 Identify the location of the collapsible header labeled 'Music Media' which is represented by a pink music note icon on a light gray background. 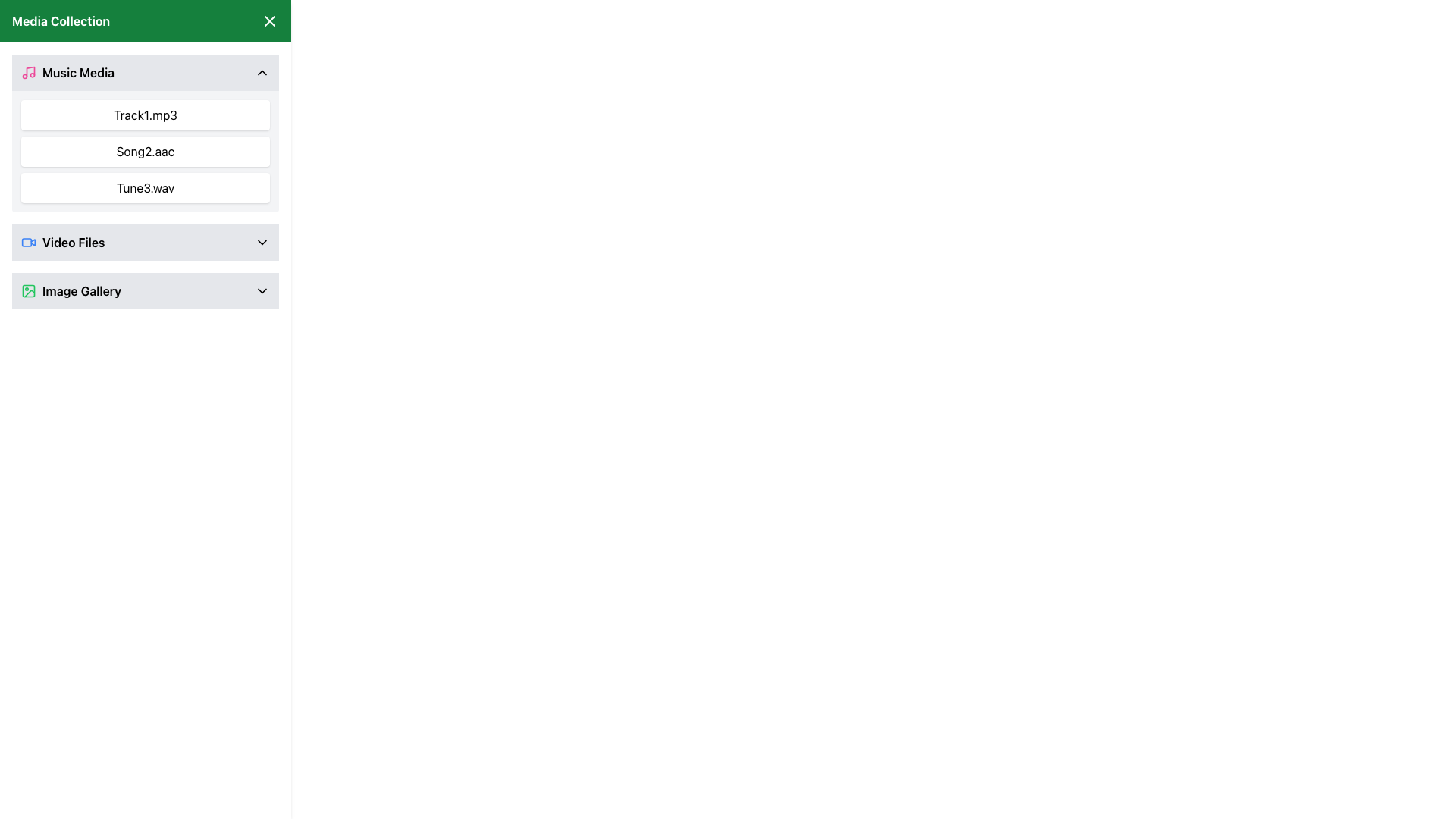
(67, 73).